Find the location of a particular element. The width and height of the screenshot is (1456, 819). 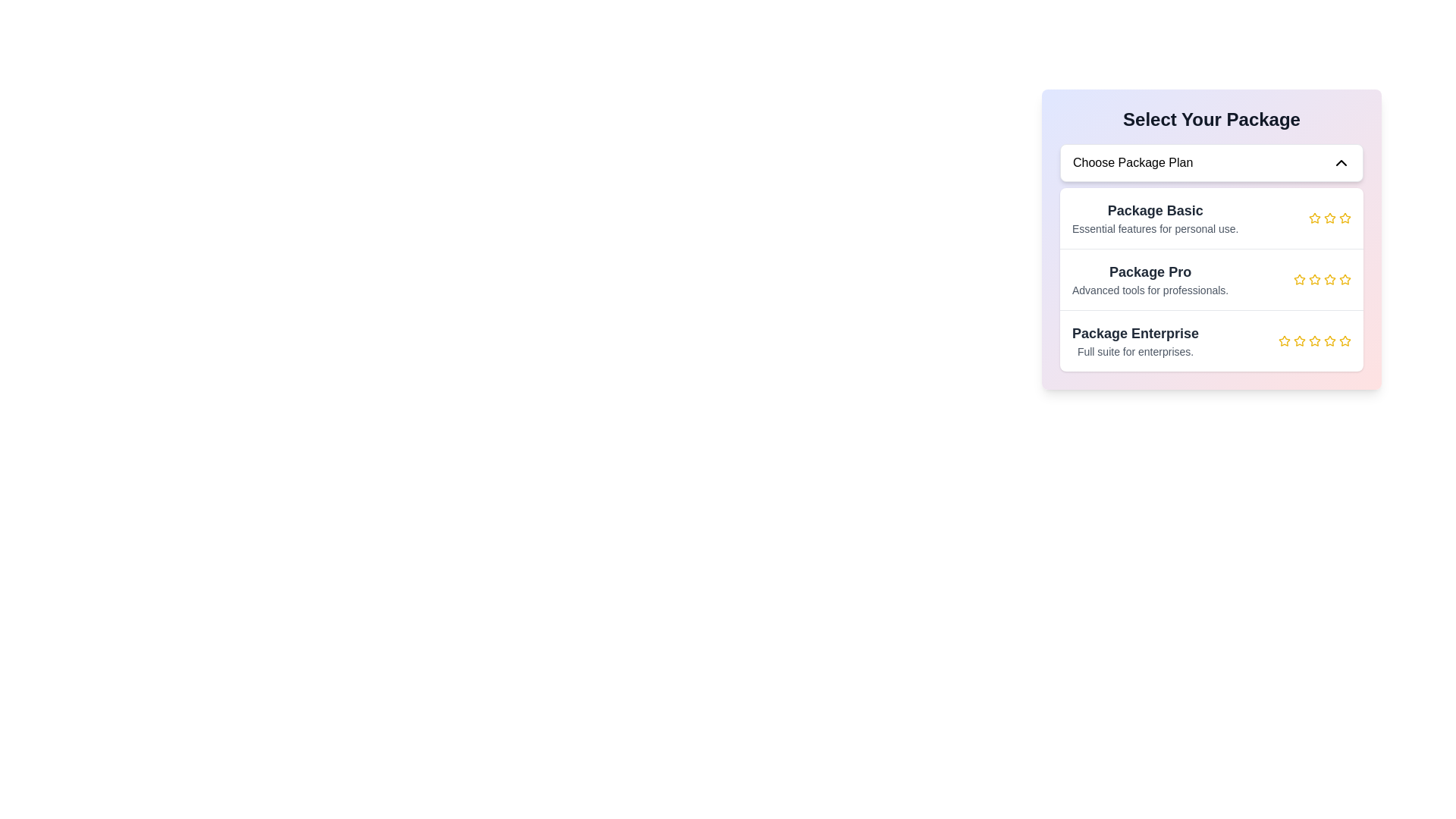

the descriptive subtitle text located directly below the 'Package Basic' title in the packages section is located at coordinates (1154, 228).